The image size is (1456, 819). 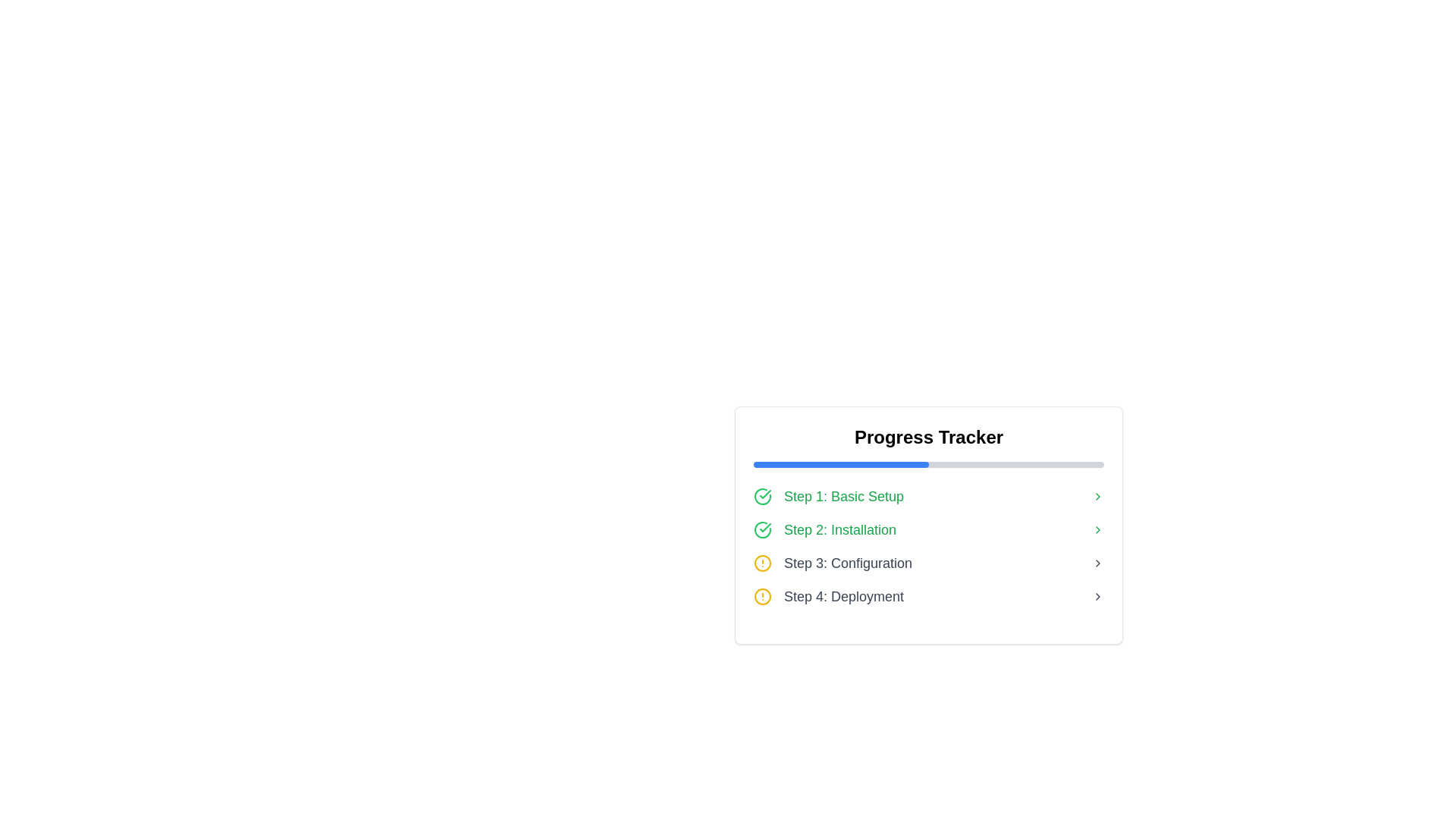 I want to click on the third step button in the Progress Tracker, so click(x=927, y=563).